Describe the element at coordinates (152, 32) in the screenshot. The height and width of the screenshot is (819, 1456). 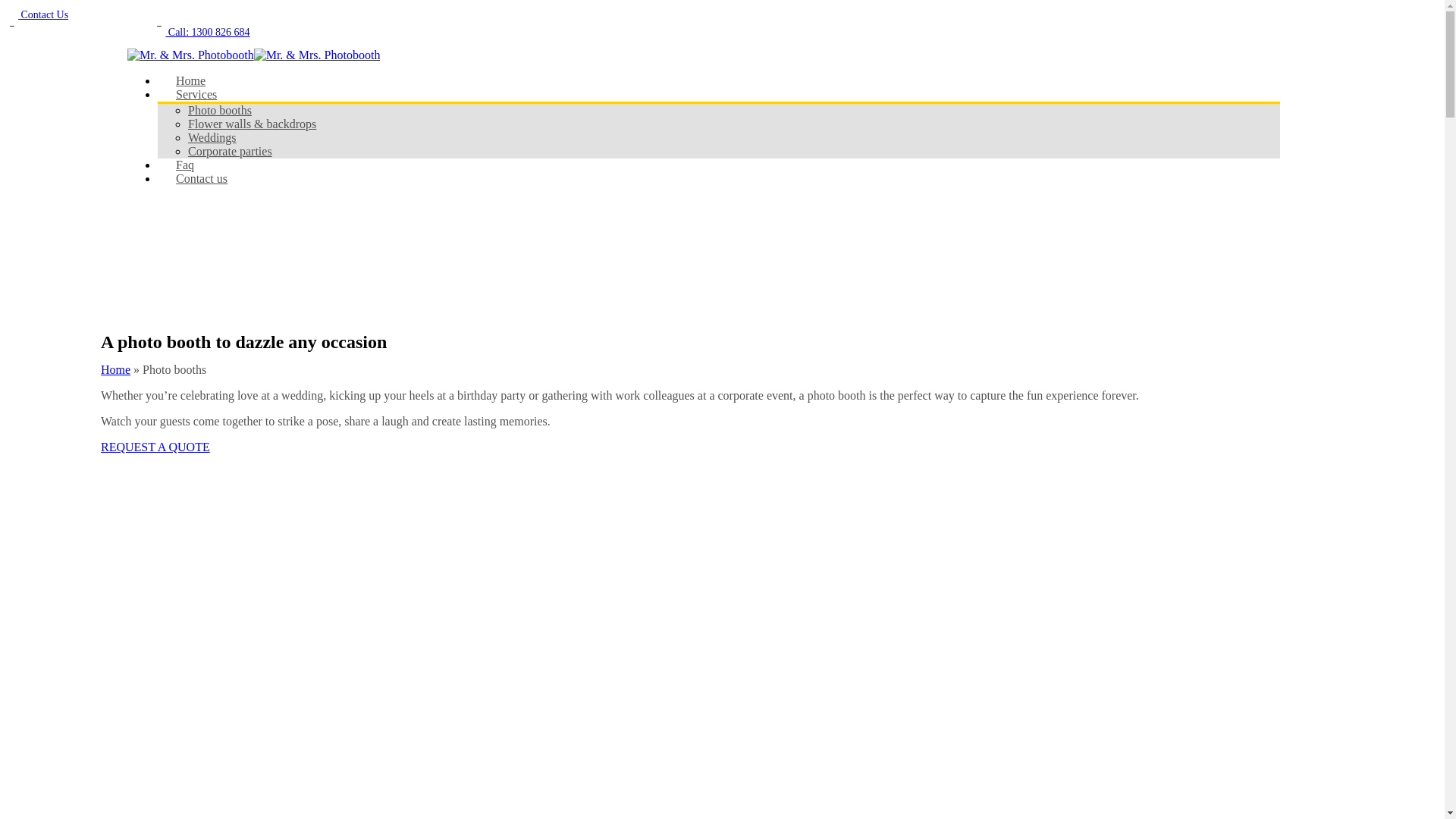
I see `'Call: 1300 826 684'` at that location.